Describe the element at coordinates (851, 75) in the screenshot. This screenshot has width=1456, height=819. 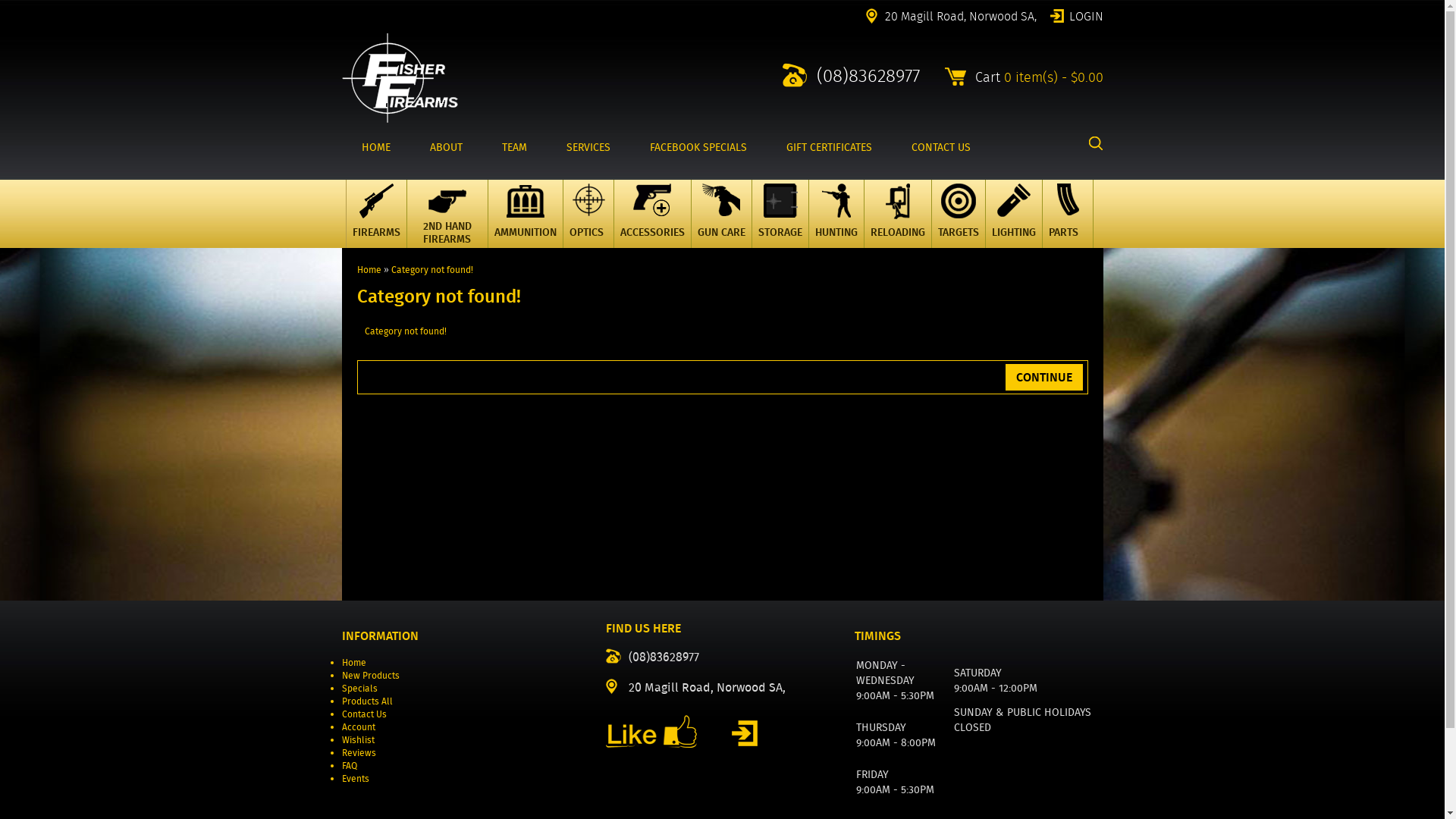
I see `'(08)83628977'` at that location.